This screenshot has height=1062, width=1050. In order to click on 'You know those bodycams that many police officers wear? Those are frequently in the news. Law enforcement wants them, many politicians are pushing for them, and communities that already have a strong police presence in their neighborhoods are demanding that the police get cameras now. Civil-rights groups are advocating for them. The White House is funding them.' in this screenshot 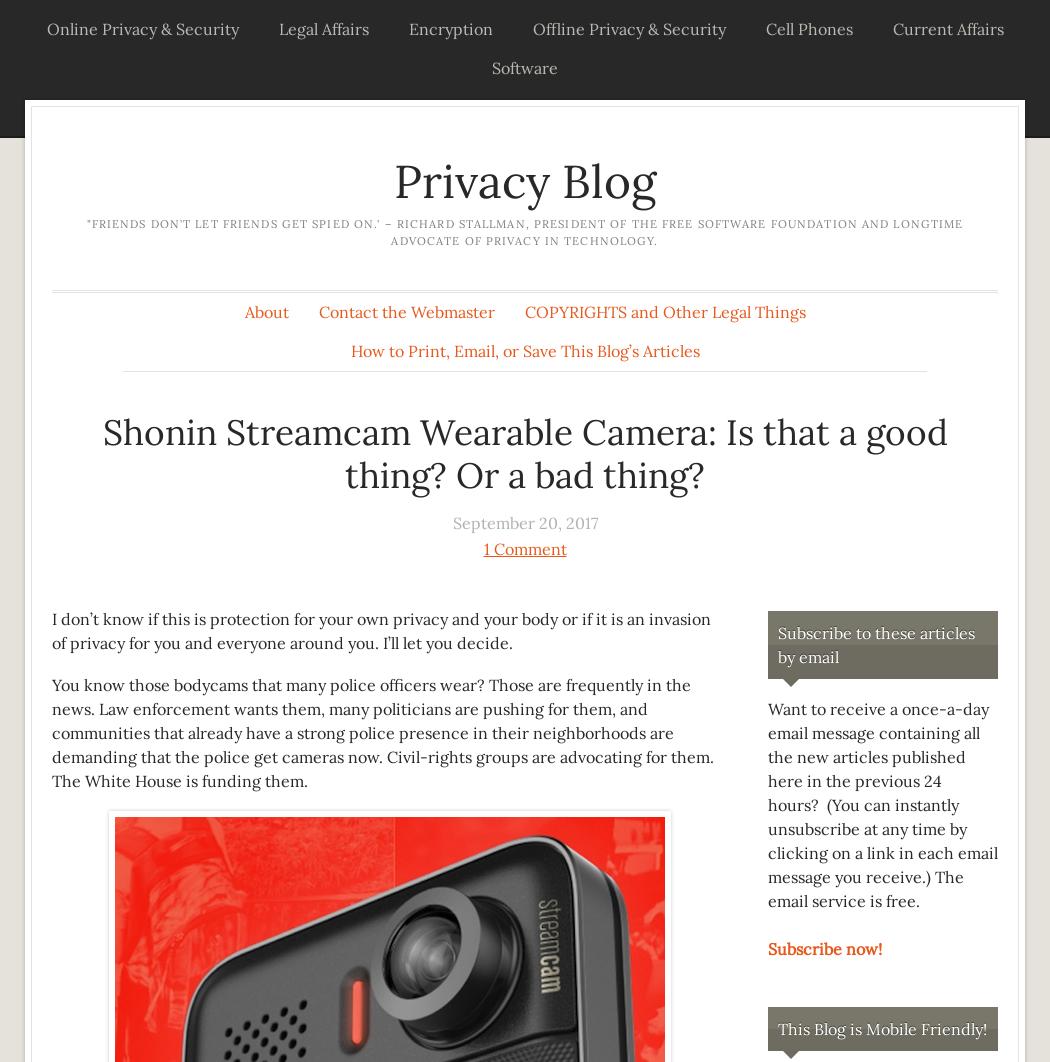, I will do `click(50, 732)`.